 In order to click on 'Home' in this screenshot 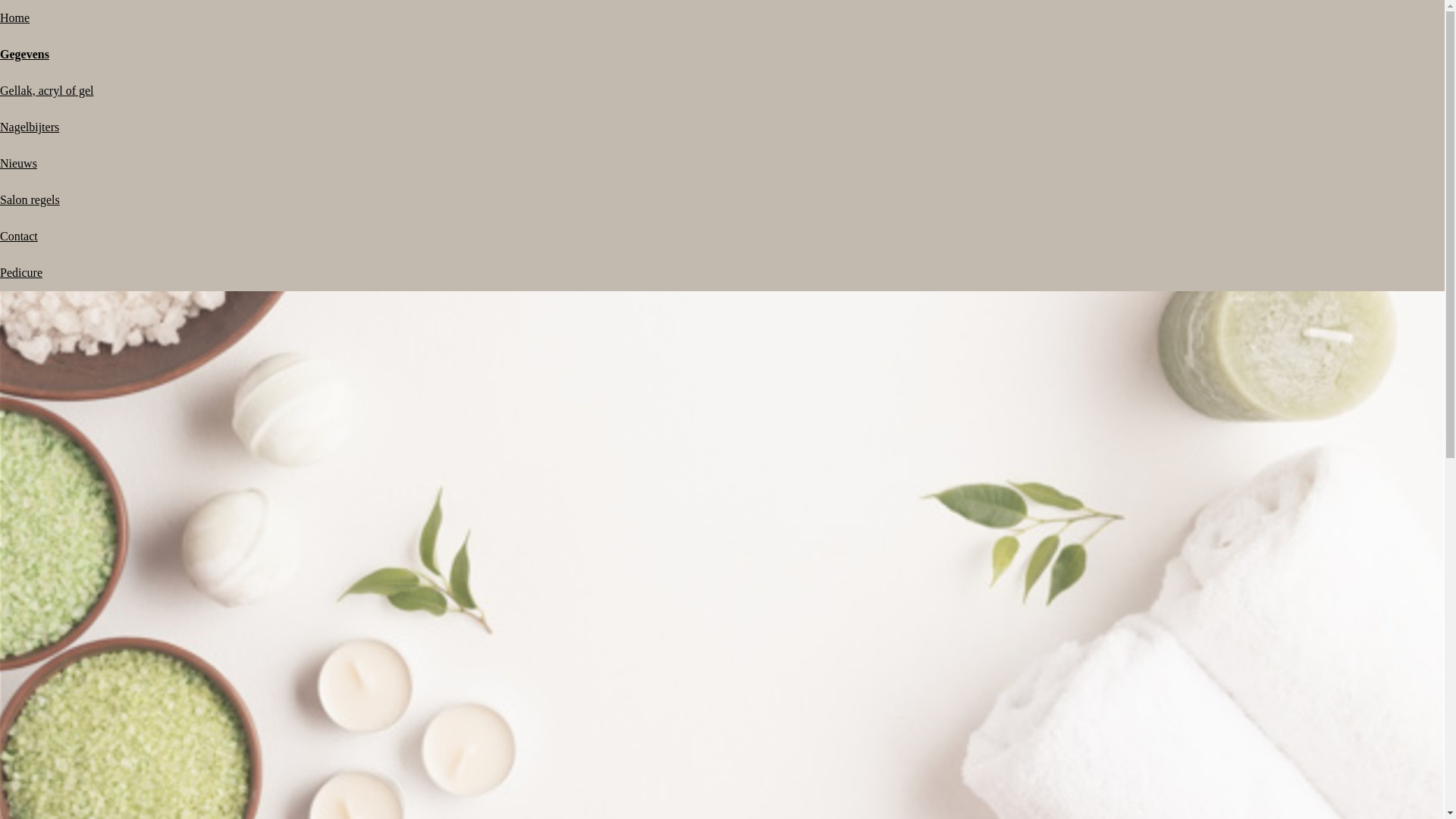, I will do `click(0, 17)`.